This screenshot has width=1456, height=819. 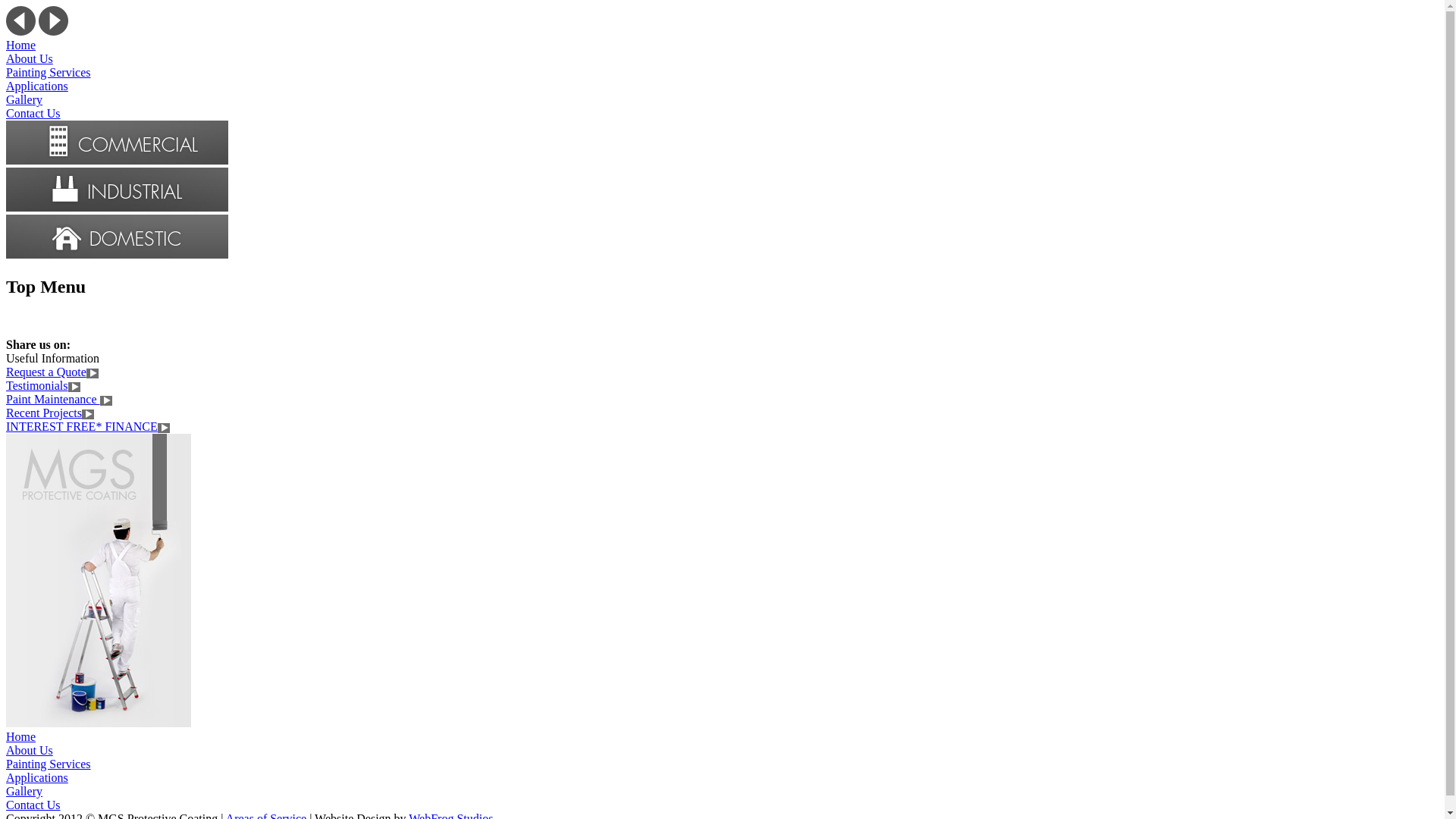 I want to click on 'Recent Projects', so click(x=43, y=413).